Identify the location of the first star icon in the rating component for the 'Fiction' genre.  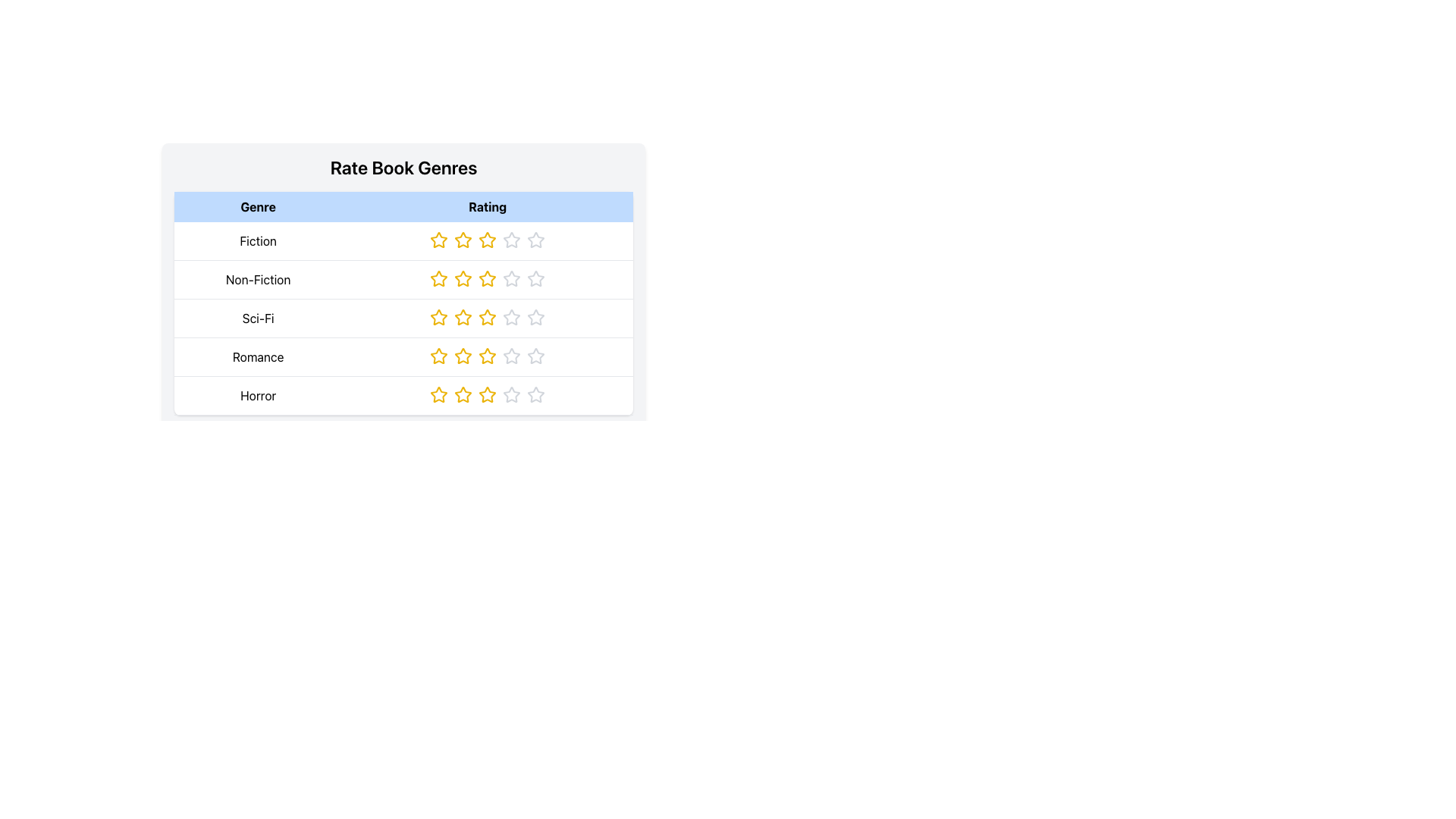
(438, 239).